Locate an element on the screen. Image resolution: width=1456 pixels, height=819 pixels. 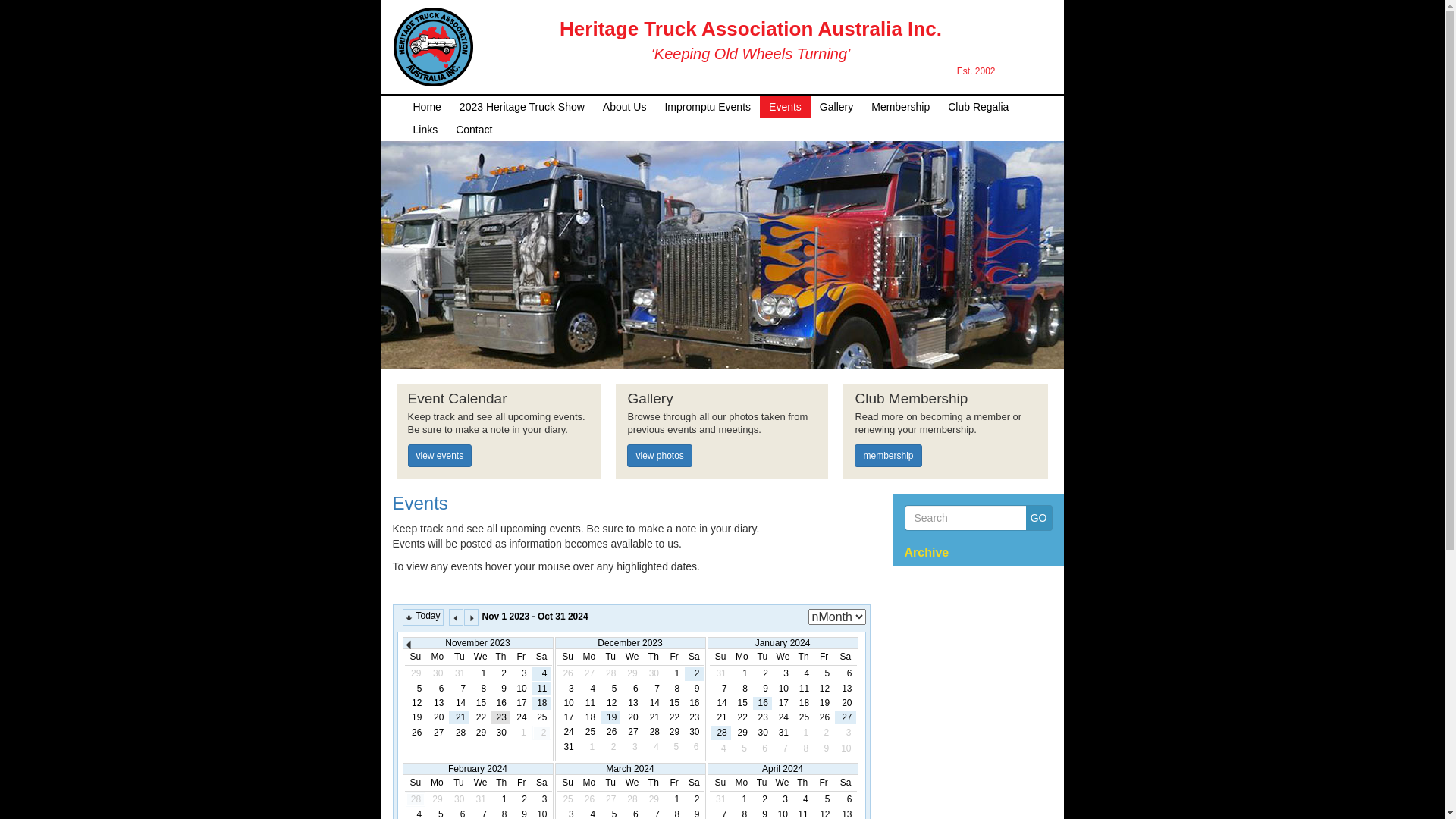
'6' is located at coordinates (622, 689).